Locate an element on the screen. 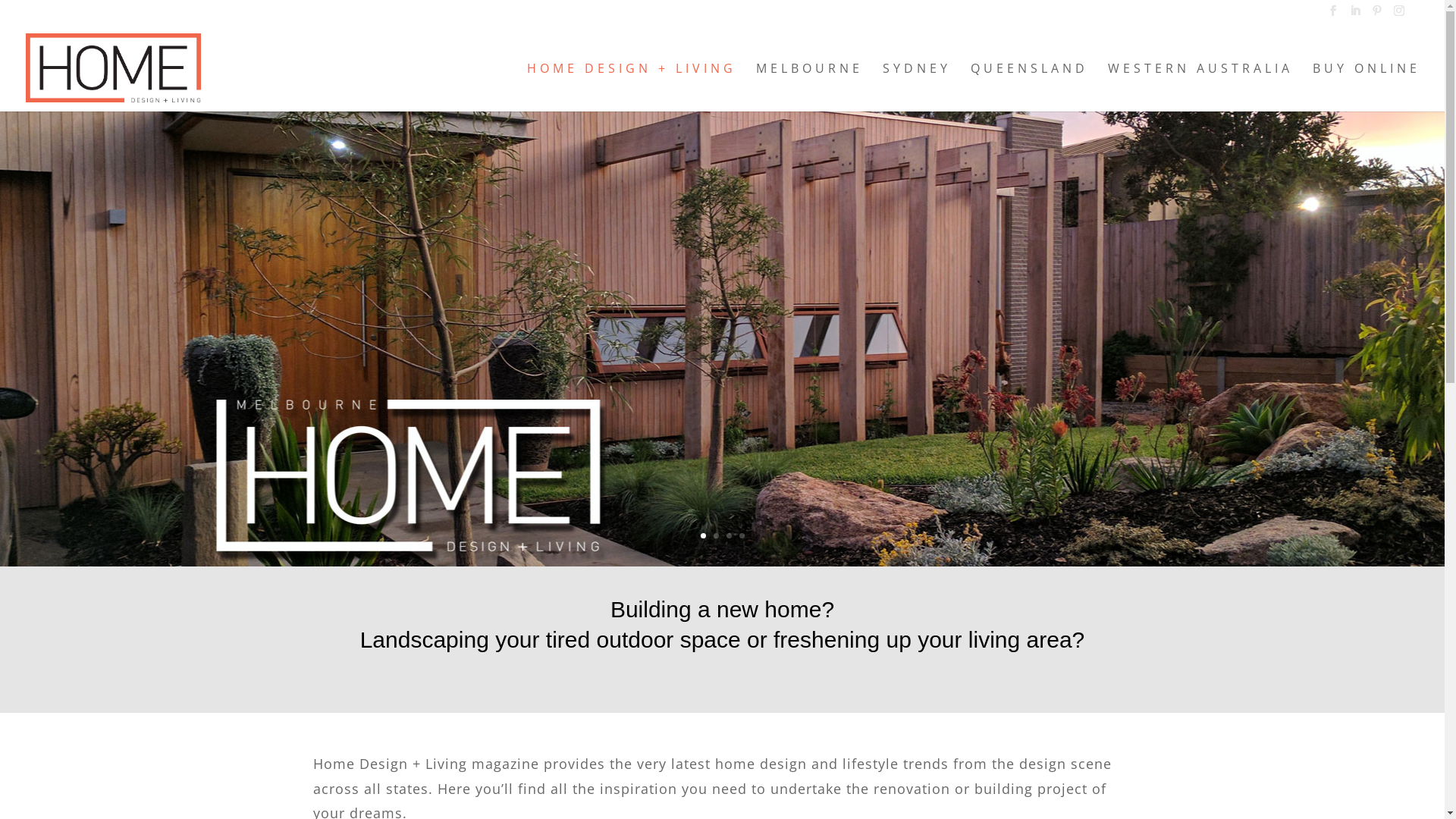 The height and width of the screenshot is (819, 1456). 'QUEENSLAND' is located at coordinates (1029, 86).